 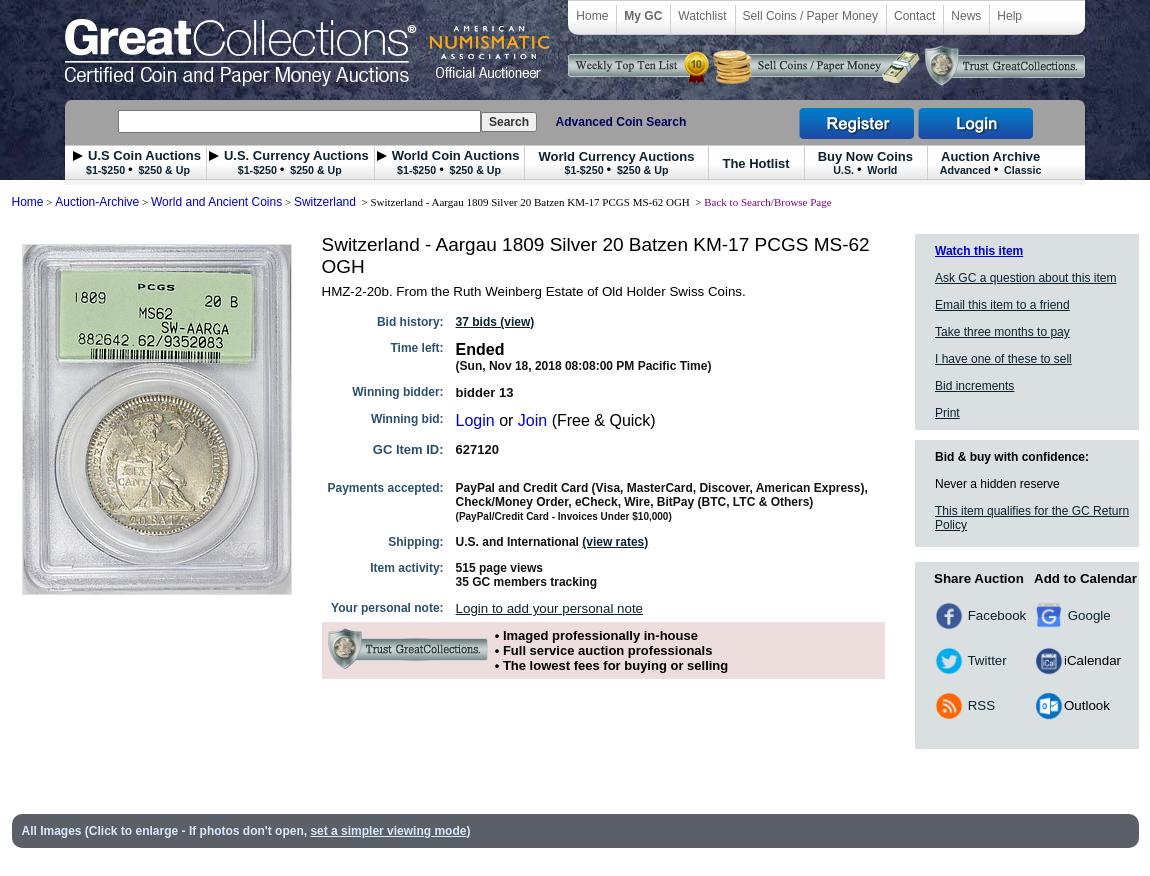 What do you see at coordinates (397, 392) in the screenshot?
I see `'Winning bidder:'` at bounding box center [397, 392].